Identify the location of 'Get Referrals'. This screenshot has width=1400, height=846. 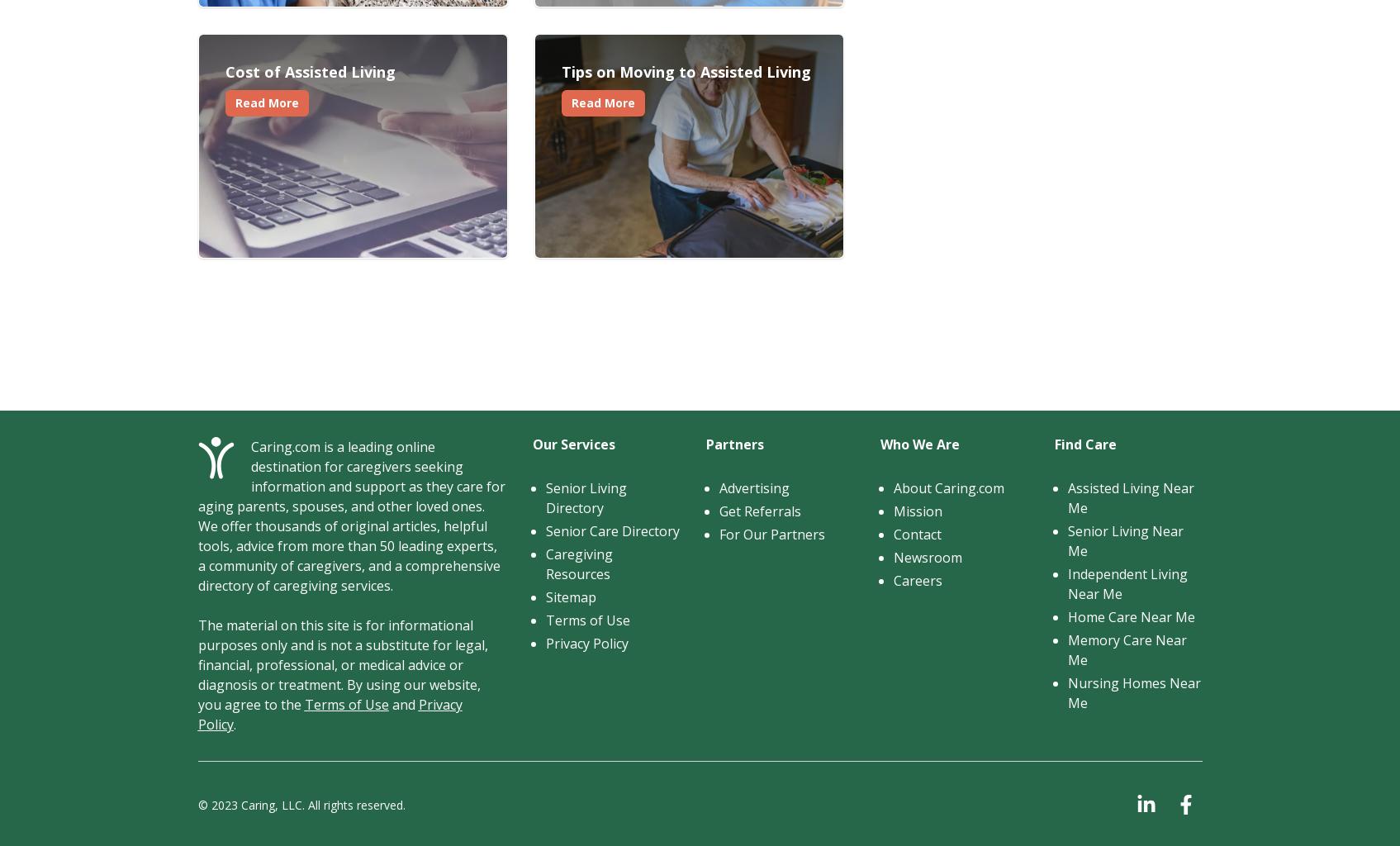
(760, 511).